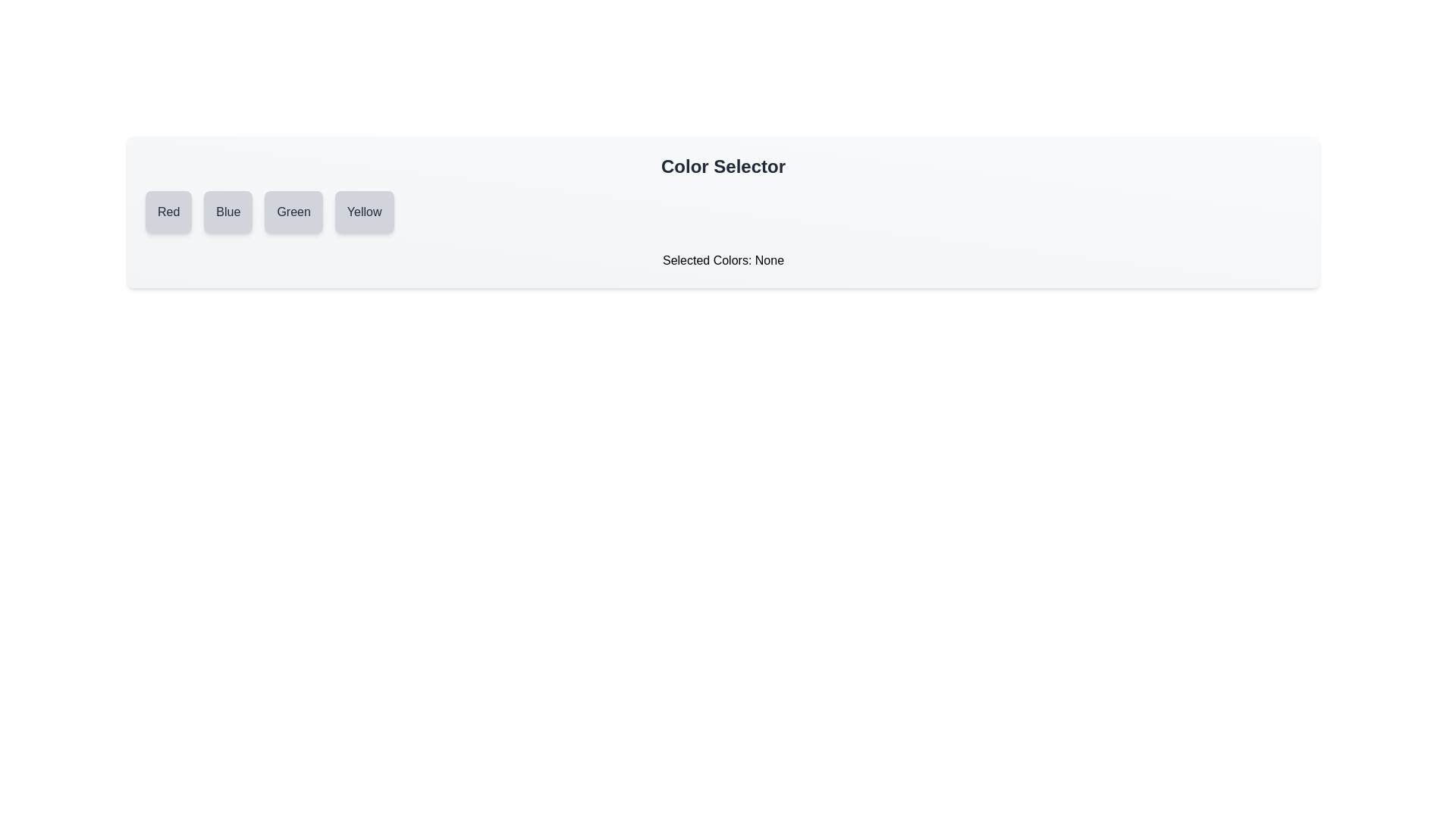 The height and width of the screenshot is (819, 1456). What do you see at coordinates (293, 212) in the screenshot?
I see `the color Green by clicking its button` at bounding box center [293, 212].